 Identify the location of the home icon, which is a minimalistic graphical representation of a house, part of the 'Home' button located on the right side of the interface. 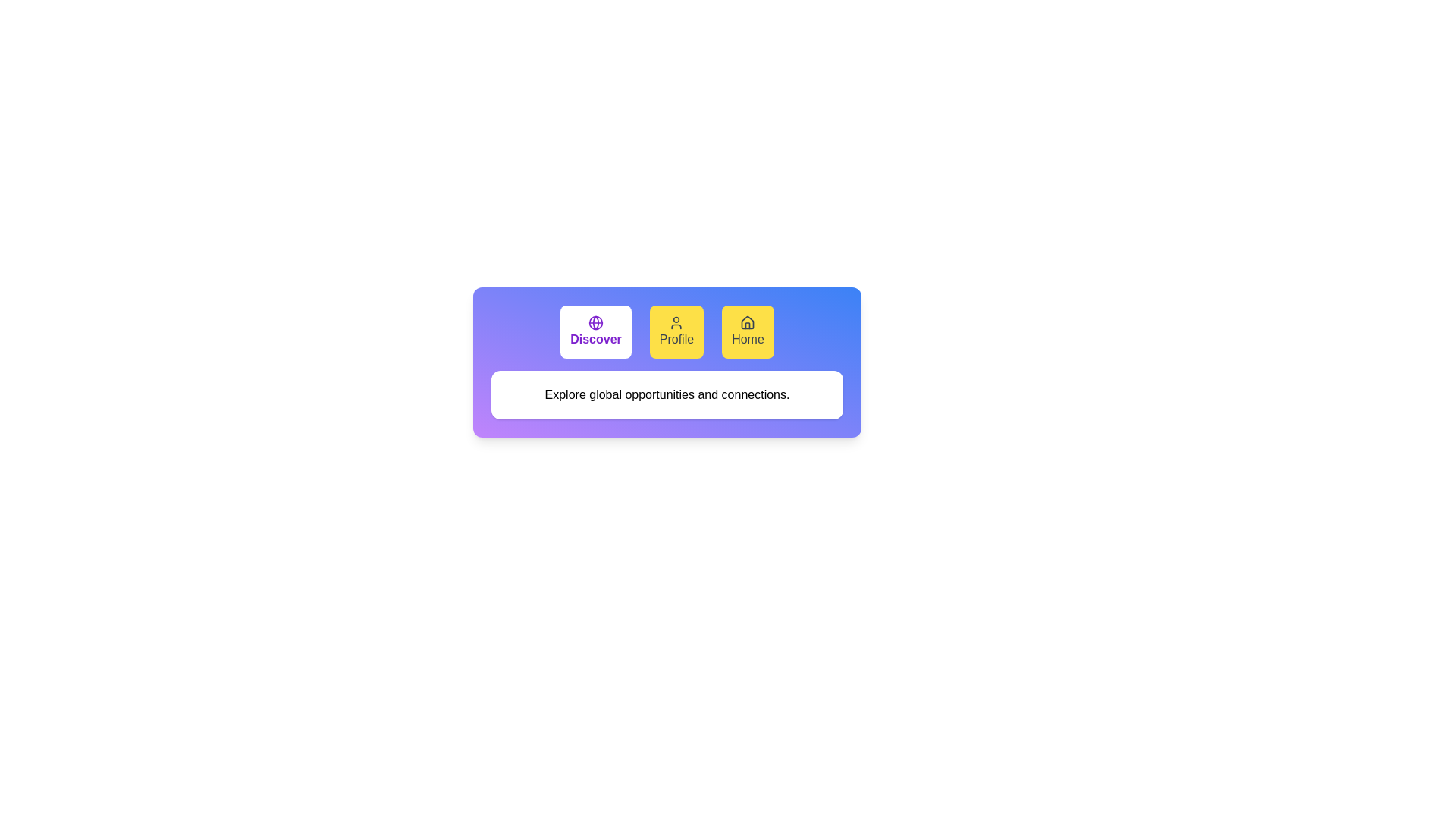
(748, 322).